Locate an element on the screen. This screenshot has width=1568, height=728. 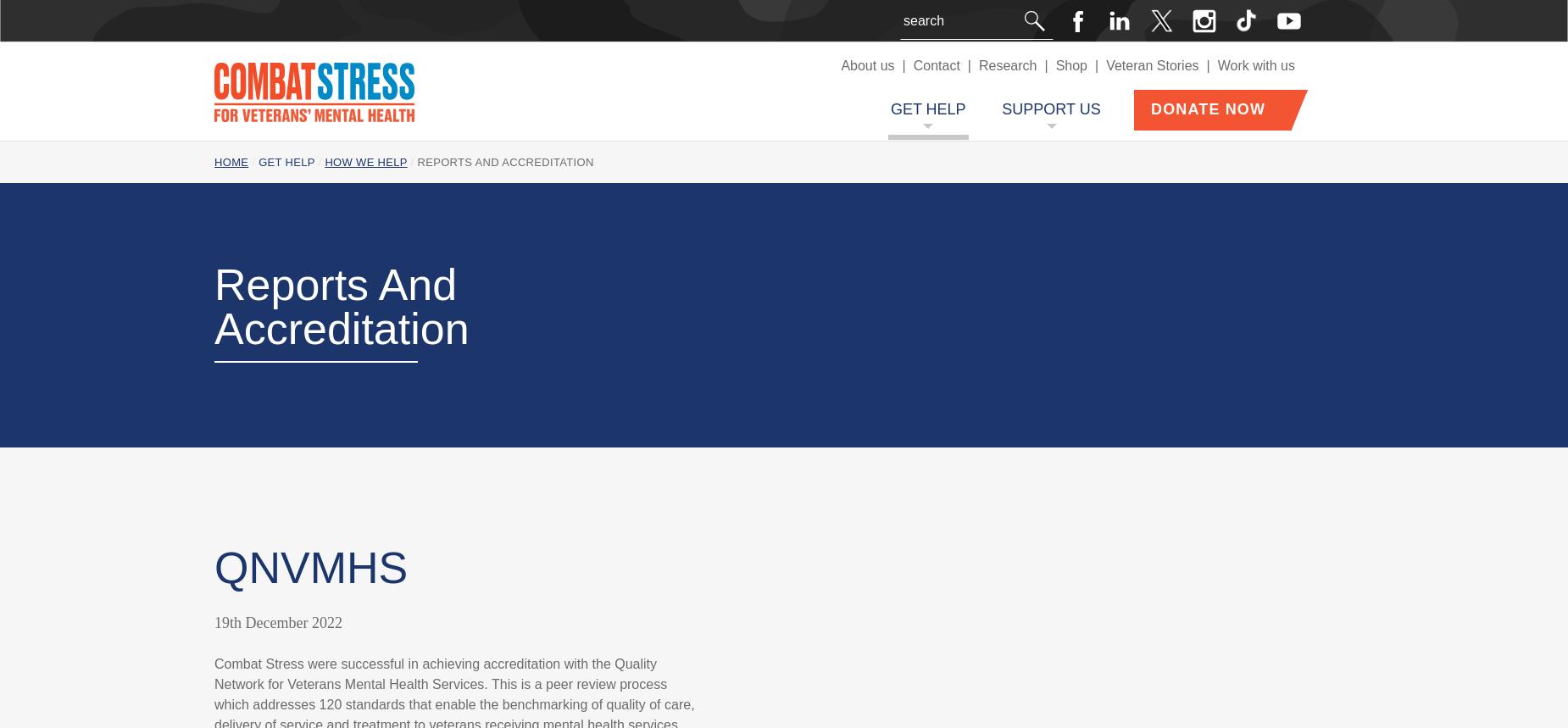
'Get help' is located at coordinates (258, 162).